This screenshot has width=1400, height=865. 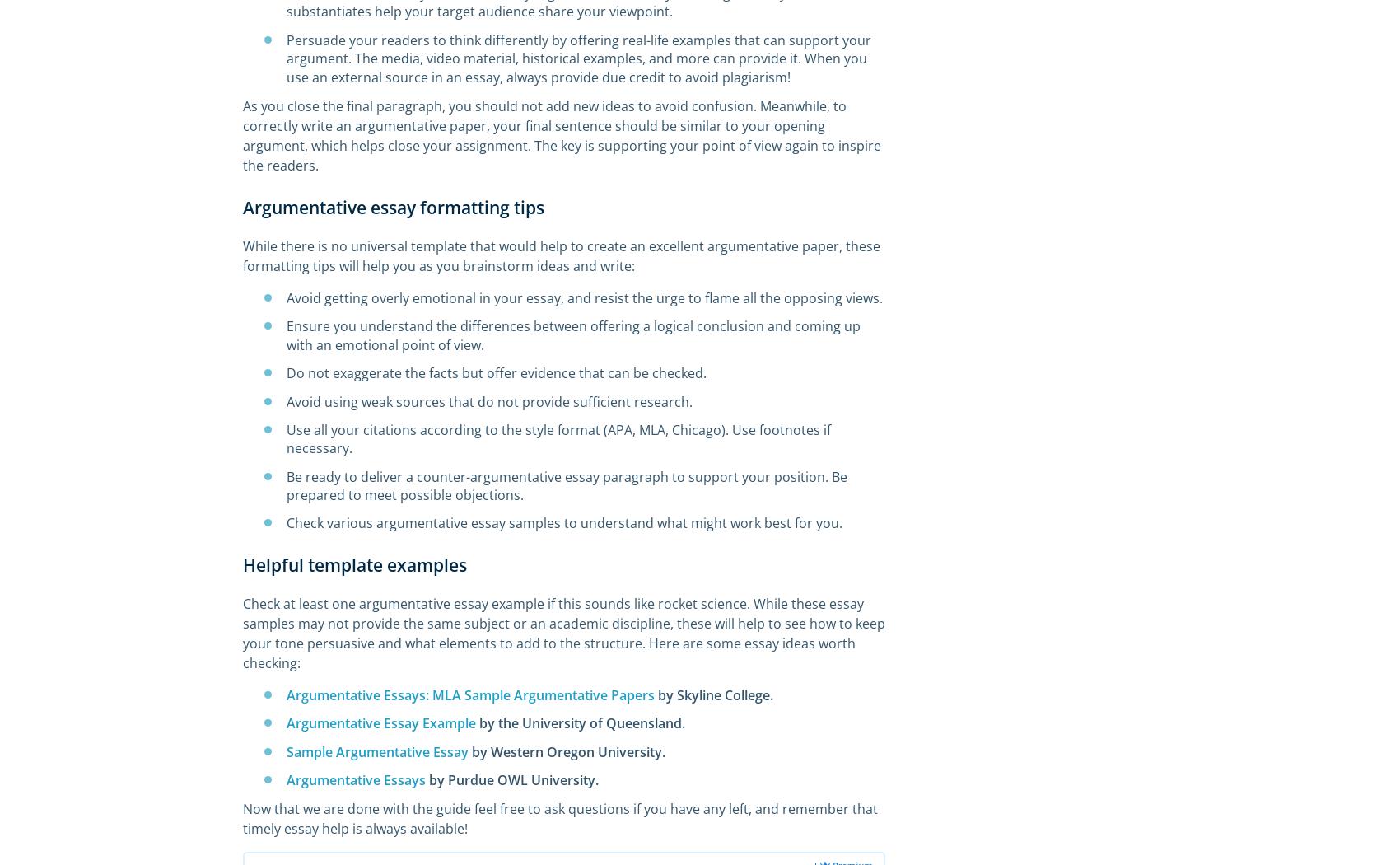 I want to click on 'Argumentative essay formatting tips', so click(x=394, y=206).